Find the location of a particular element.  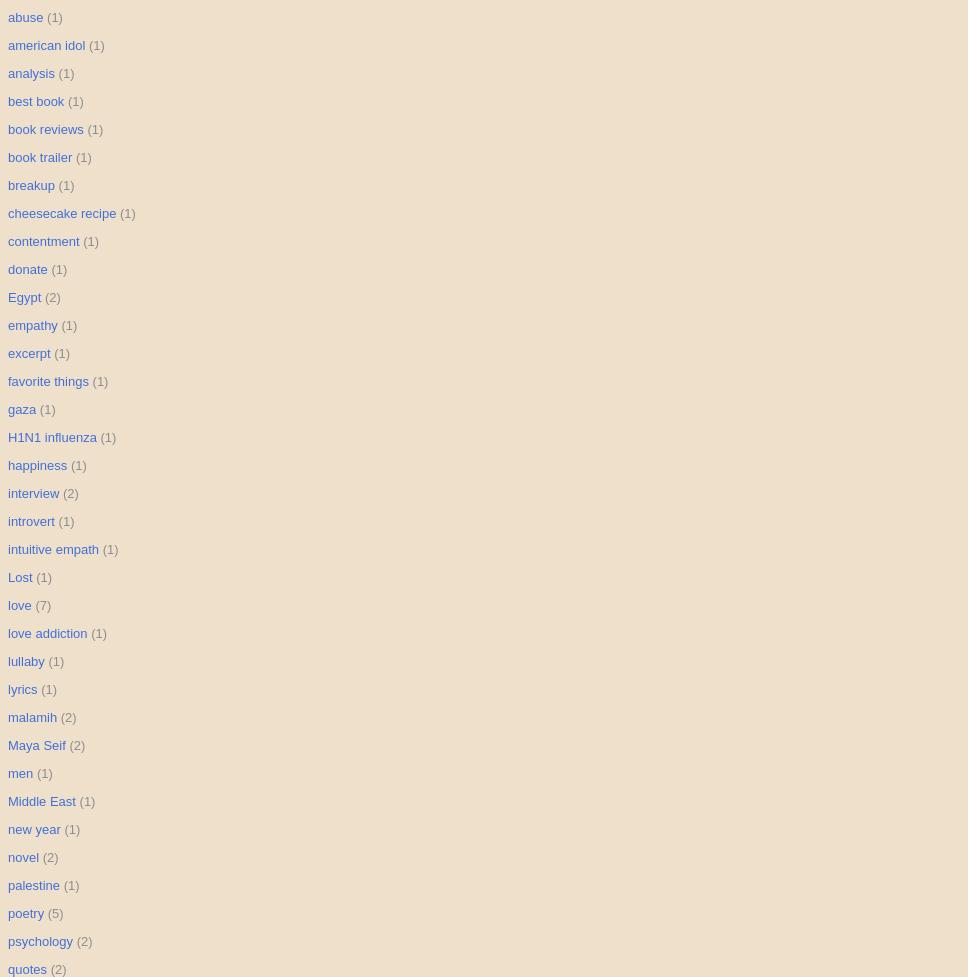

'gaza' is located at coordinates (21, 409).